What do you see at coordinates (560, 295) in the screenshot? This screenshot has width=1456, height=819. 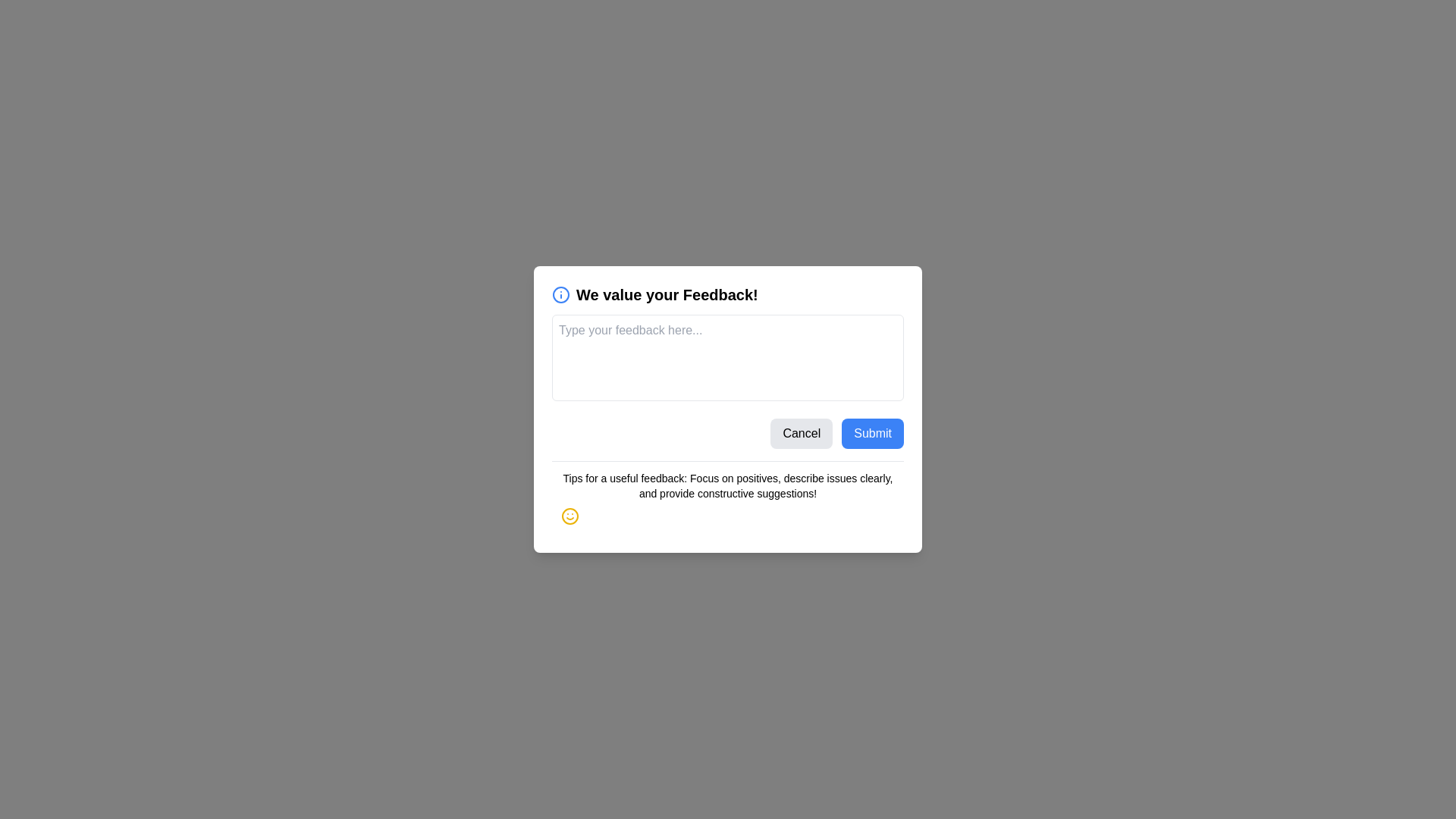 I see `the informational icon next to the title` at bounding box center [560, 295].